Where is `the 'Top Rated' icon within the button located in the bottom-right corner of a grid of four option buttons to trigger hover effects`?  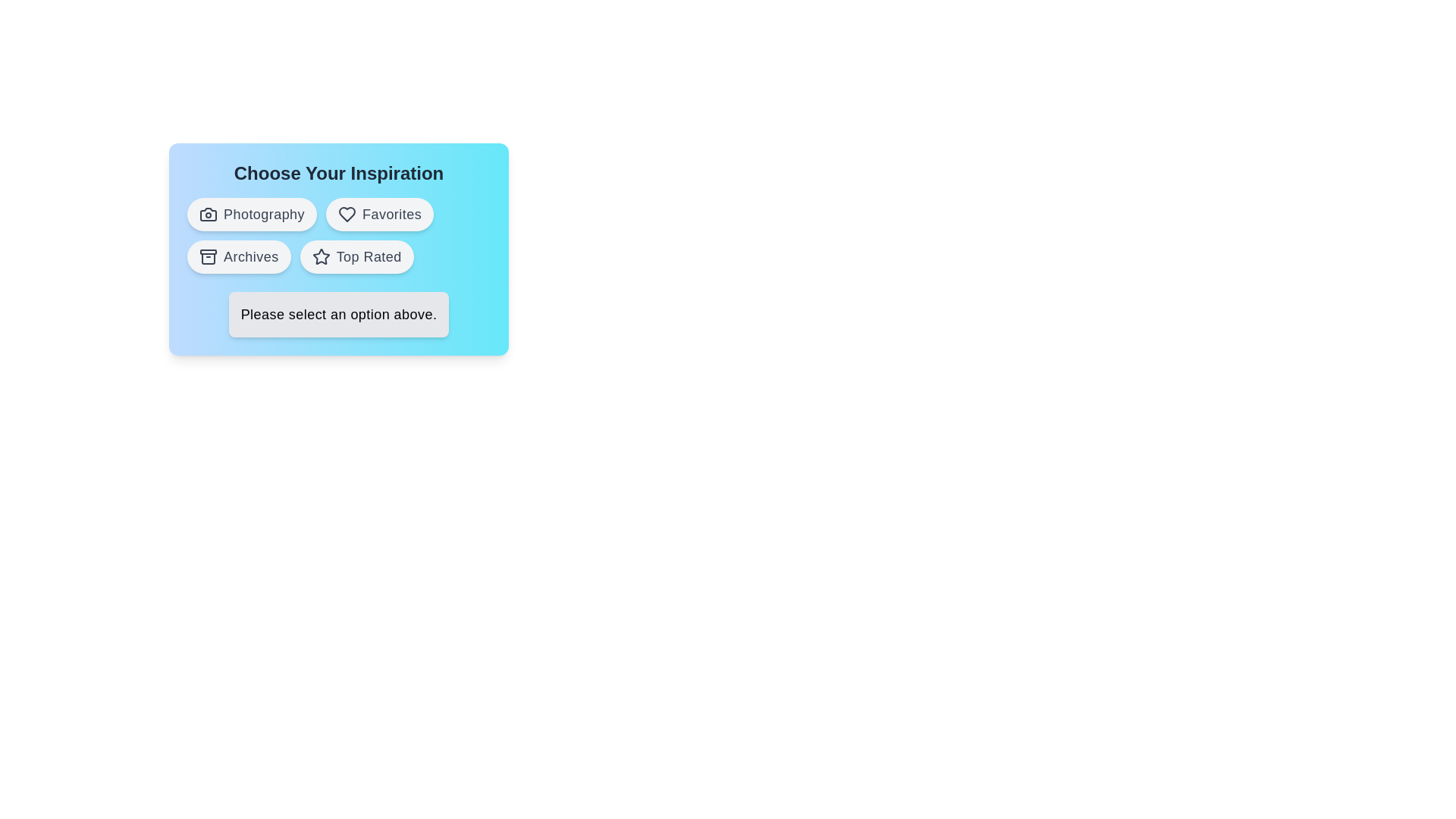 the 'Top Rated' icon within the button located in the bottom-right corner of a grid of four option buttons to trigger hover effects is located at coordinates (320, 256).